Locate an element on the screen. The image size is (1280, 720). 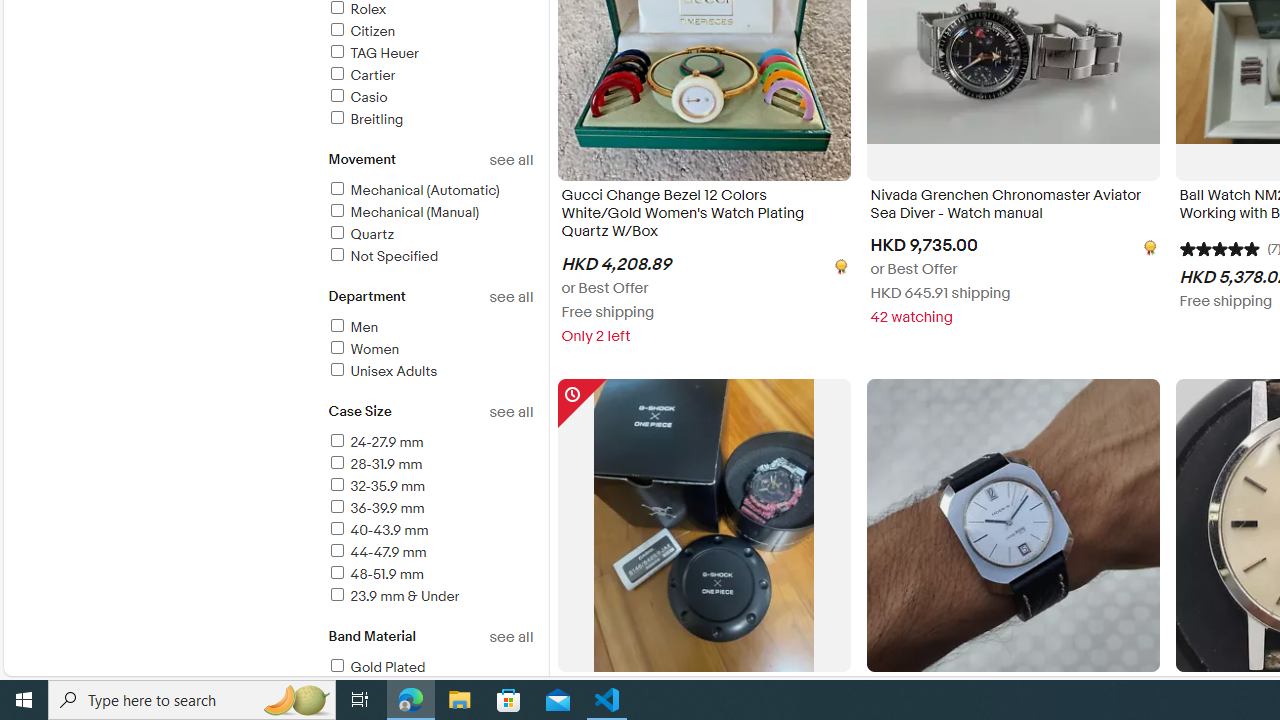
'5 out of 5 stars' is located at coordinates (1218, 247).